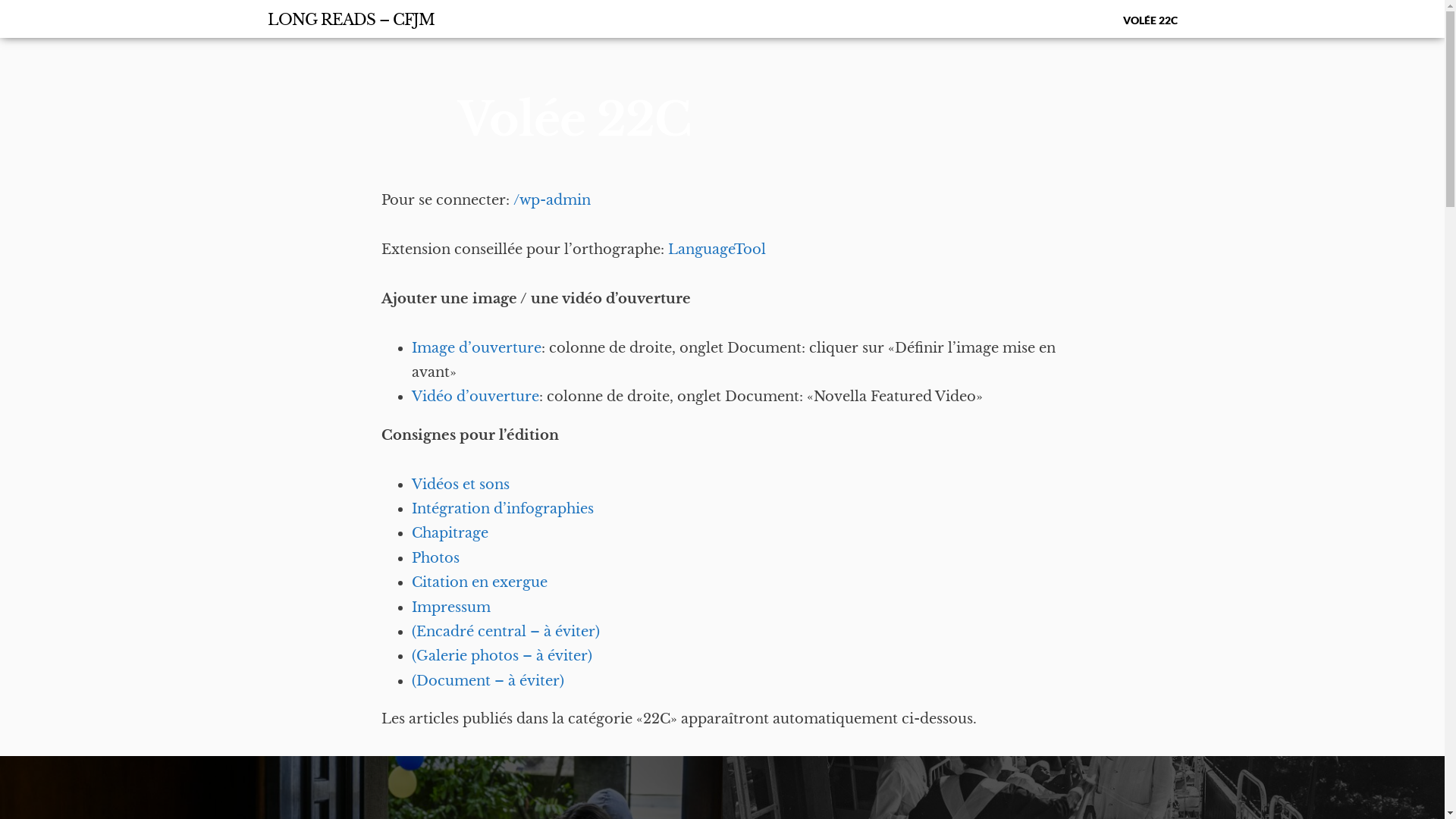 Image resolution: width=1456 pixels, height=819 pixels. I want to click on 'Impressum', so click(450, 607).